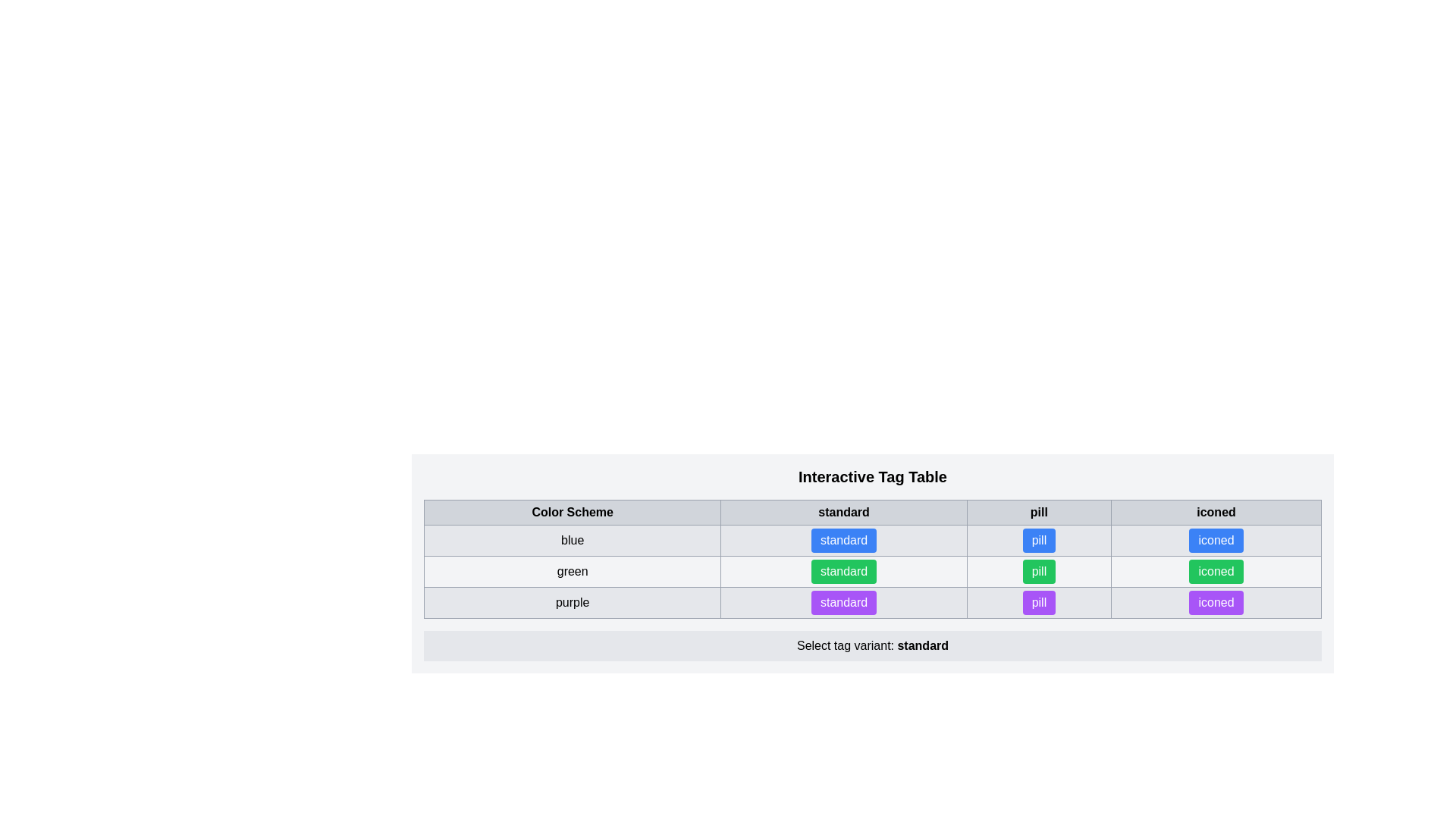 The height and width of the screenshot is (819, 1456). I want to click on the green rectangular button labeled 'pill' located, so click(1037, 571).